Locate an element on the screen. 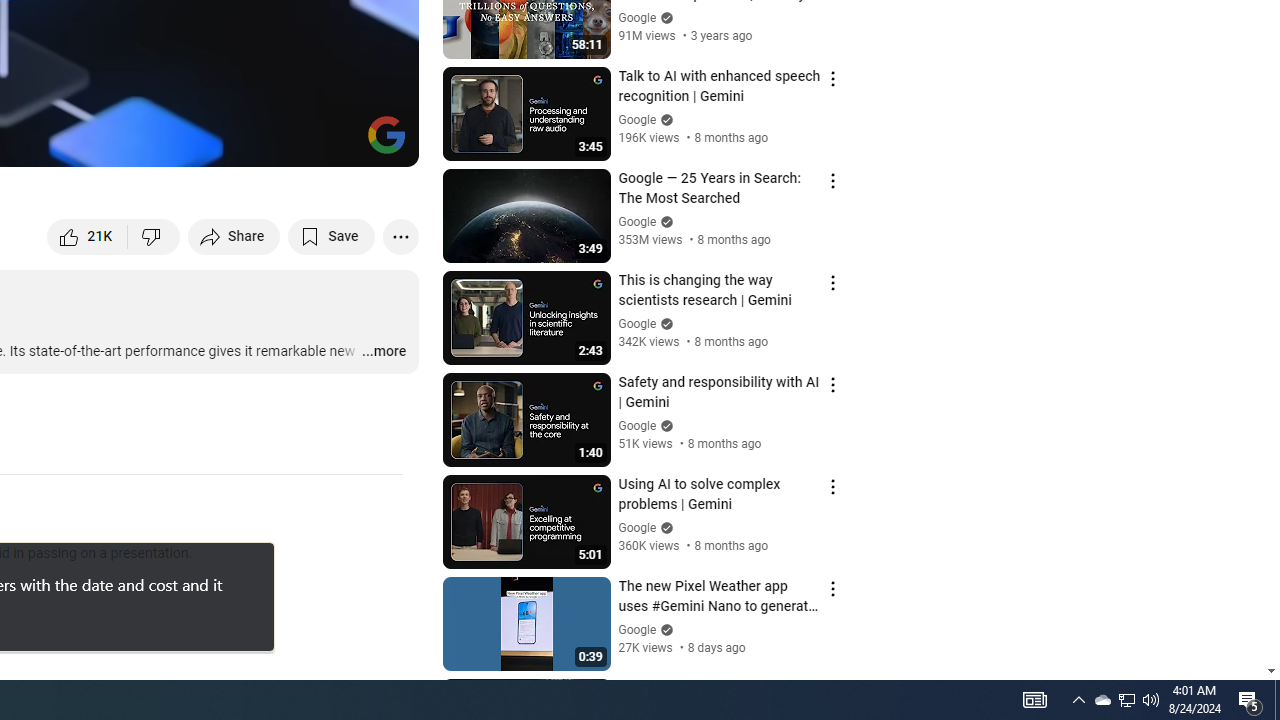 The image size is (1280, 720). 'Dislike this video' is located at coordinates (153, 235).